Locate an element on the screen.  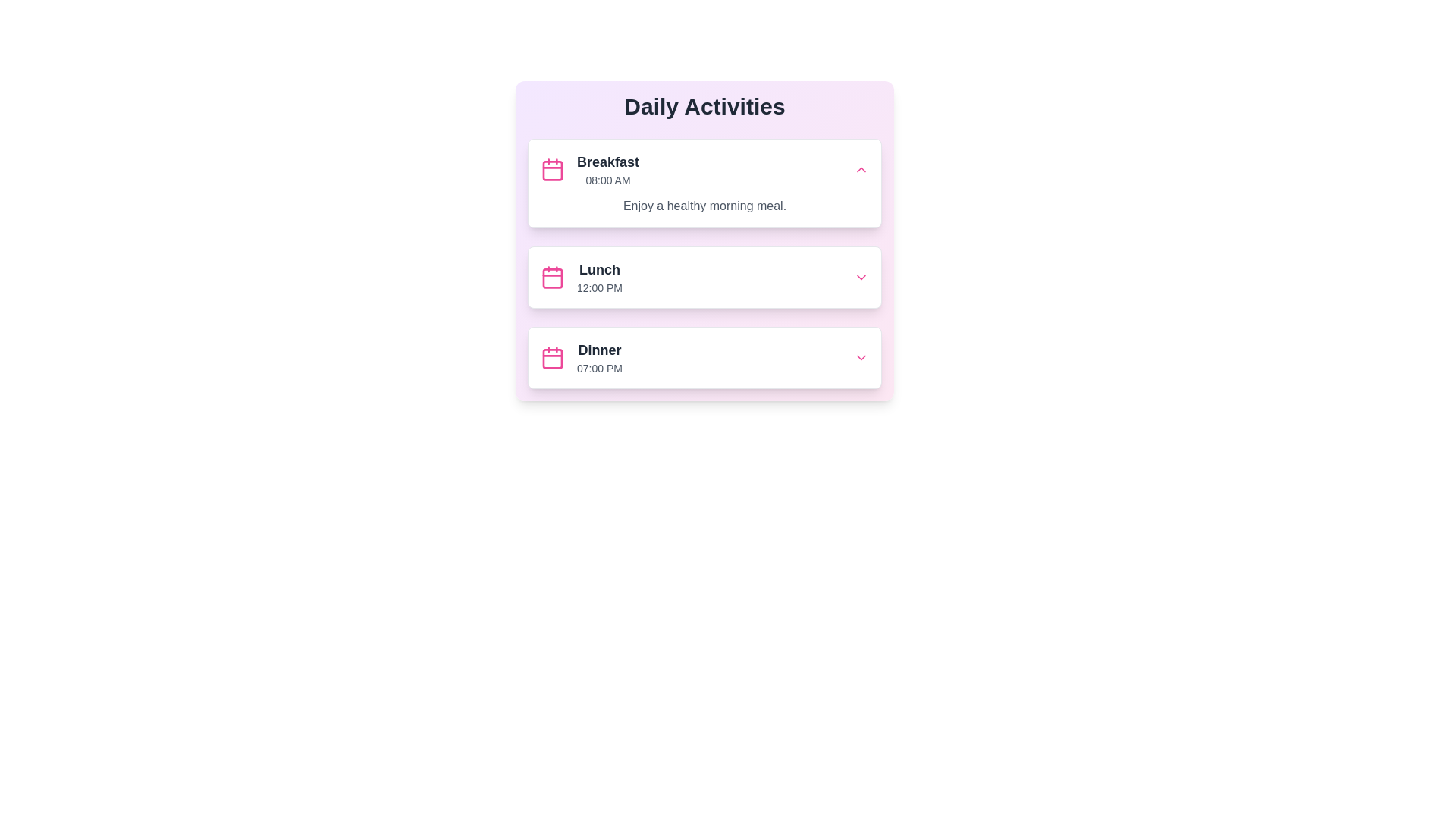
the second list item under the 'Daily Activities' header, which contains a pink calendar icon and the texts 'Lunch' and '12:00 PM' is located at coordinates (581, 278).